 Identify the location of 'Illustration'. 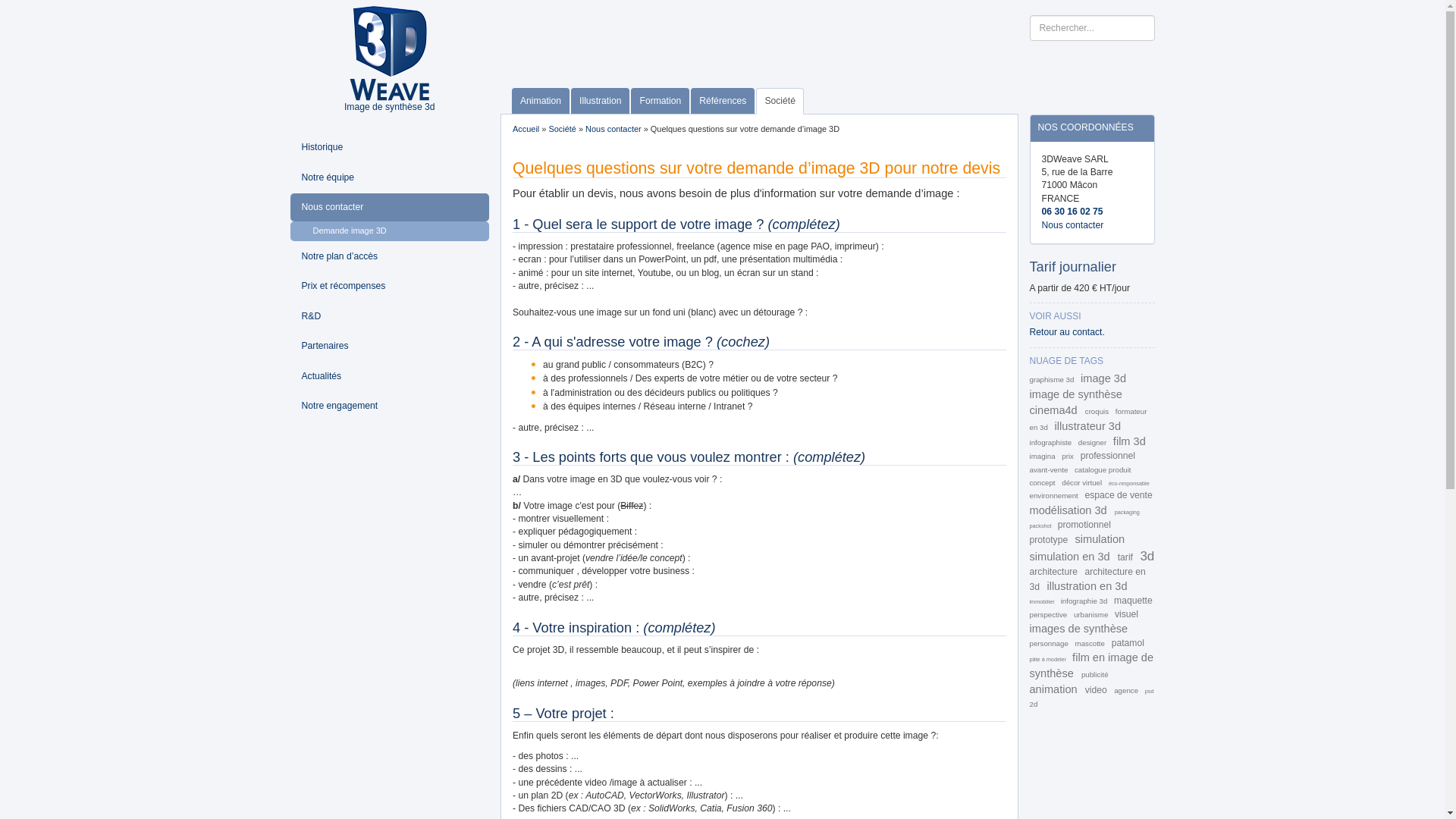
(599, 101).